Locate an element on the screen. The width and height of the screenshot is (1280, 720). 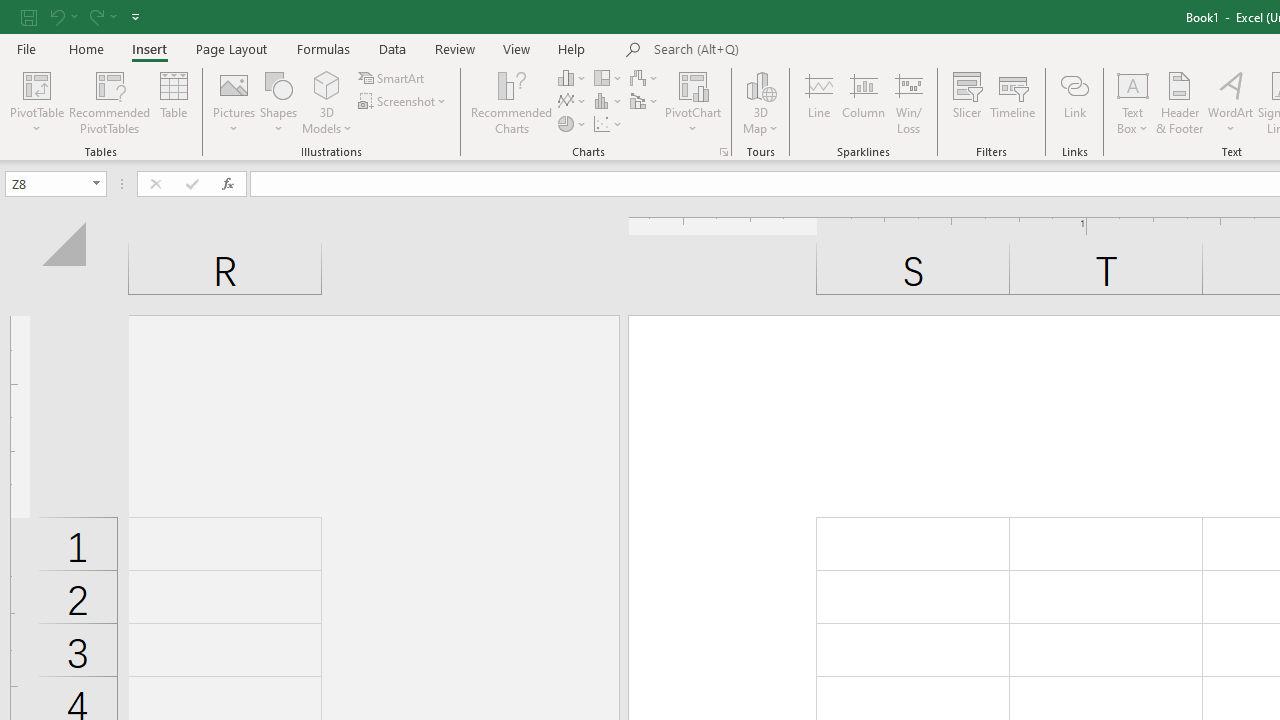
'Table' is located at coordinates (174, 103).